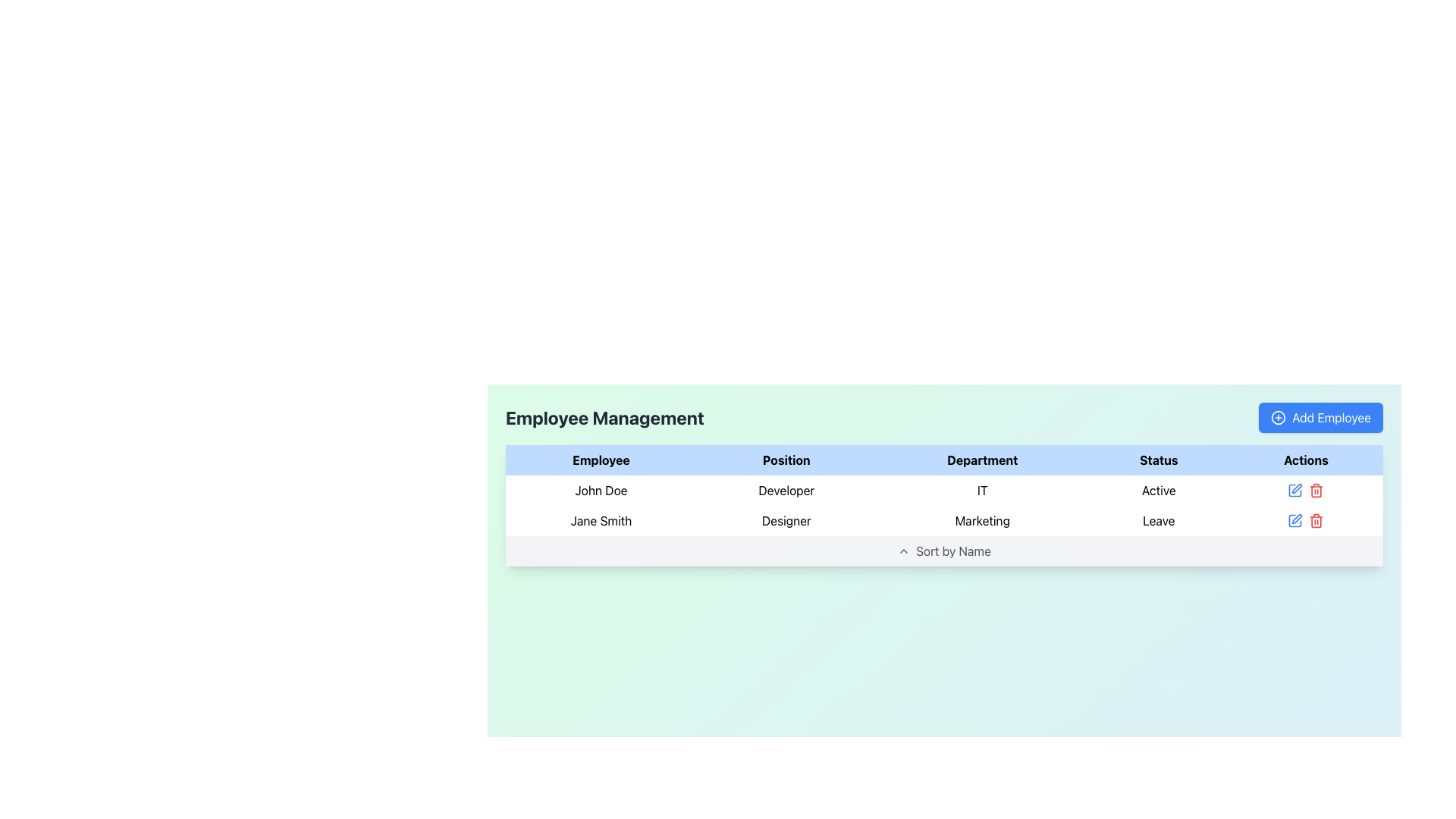 This screenshot has height=819, width=1456. I want to click on the text displaying the job title 'Designer' for 'Jane Smith' located in the second row of the table under the 'Position' column, so click(786, 519).